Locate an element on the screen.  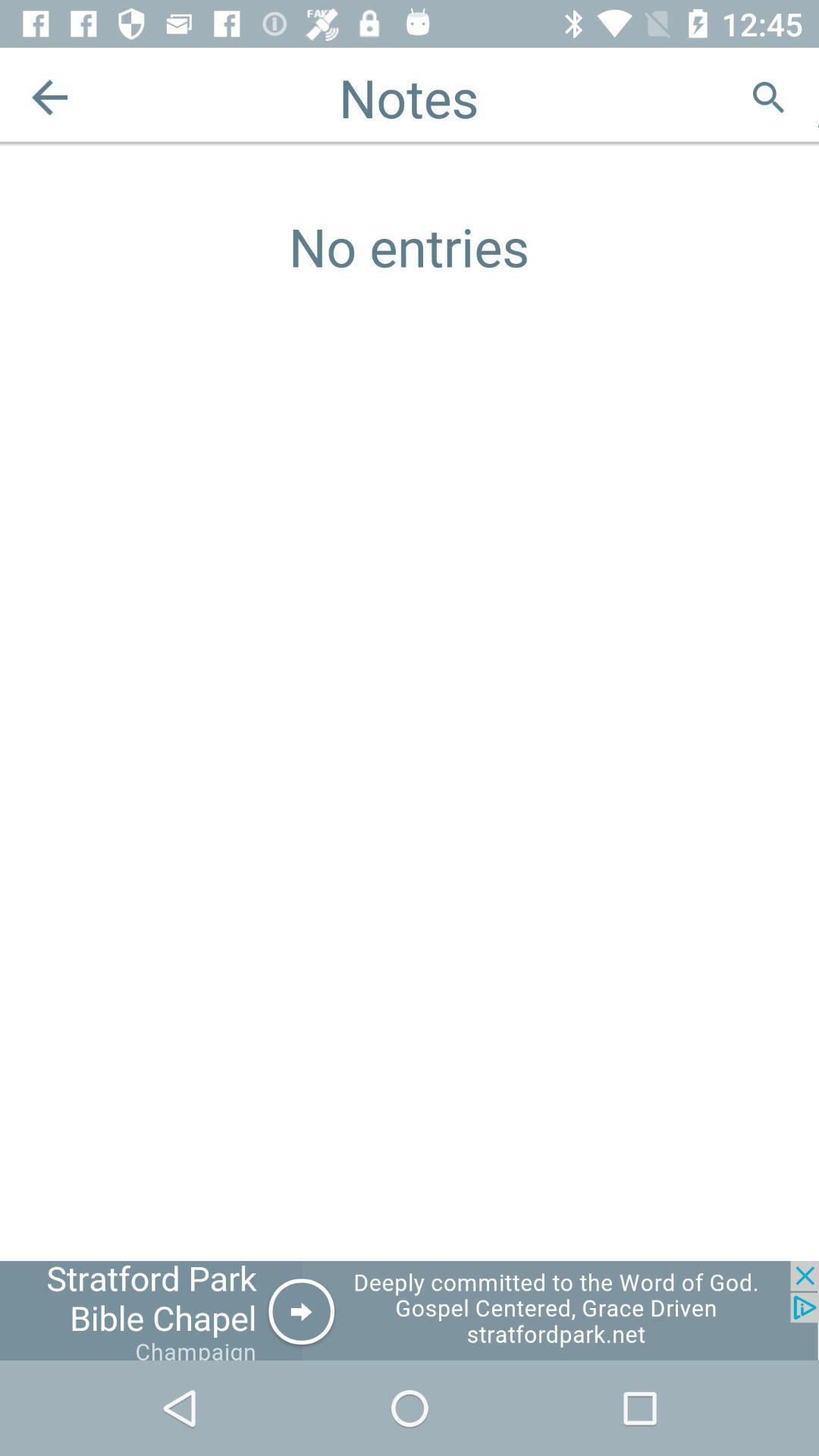
the arrow_backward icon is located at coordinates (49, 96).